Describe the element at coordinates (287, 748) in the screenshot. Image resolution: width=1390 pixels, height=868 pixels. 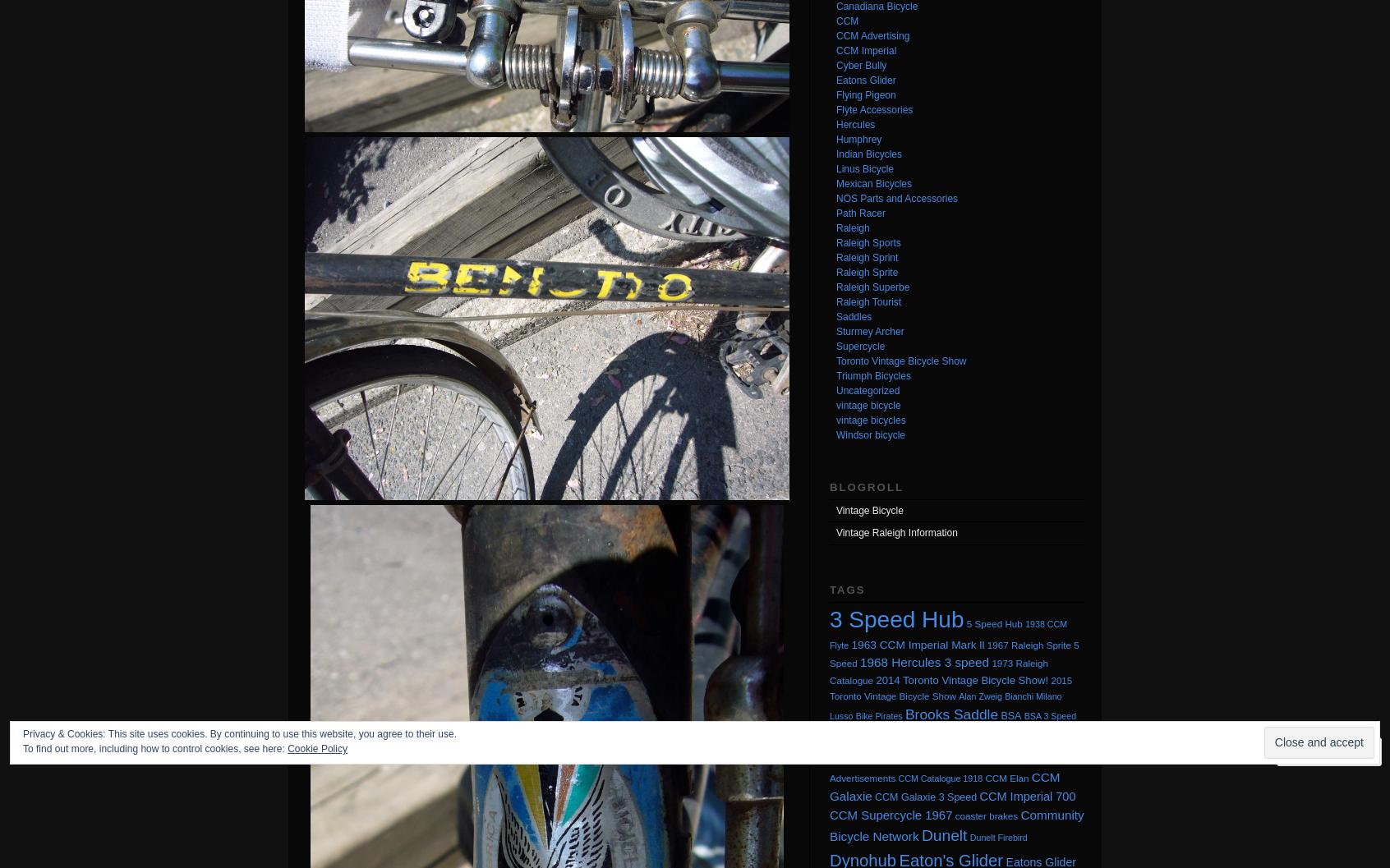
I see `'Cookie Policy'` at that location.